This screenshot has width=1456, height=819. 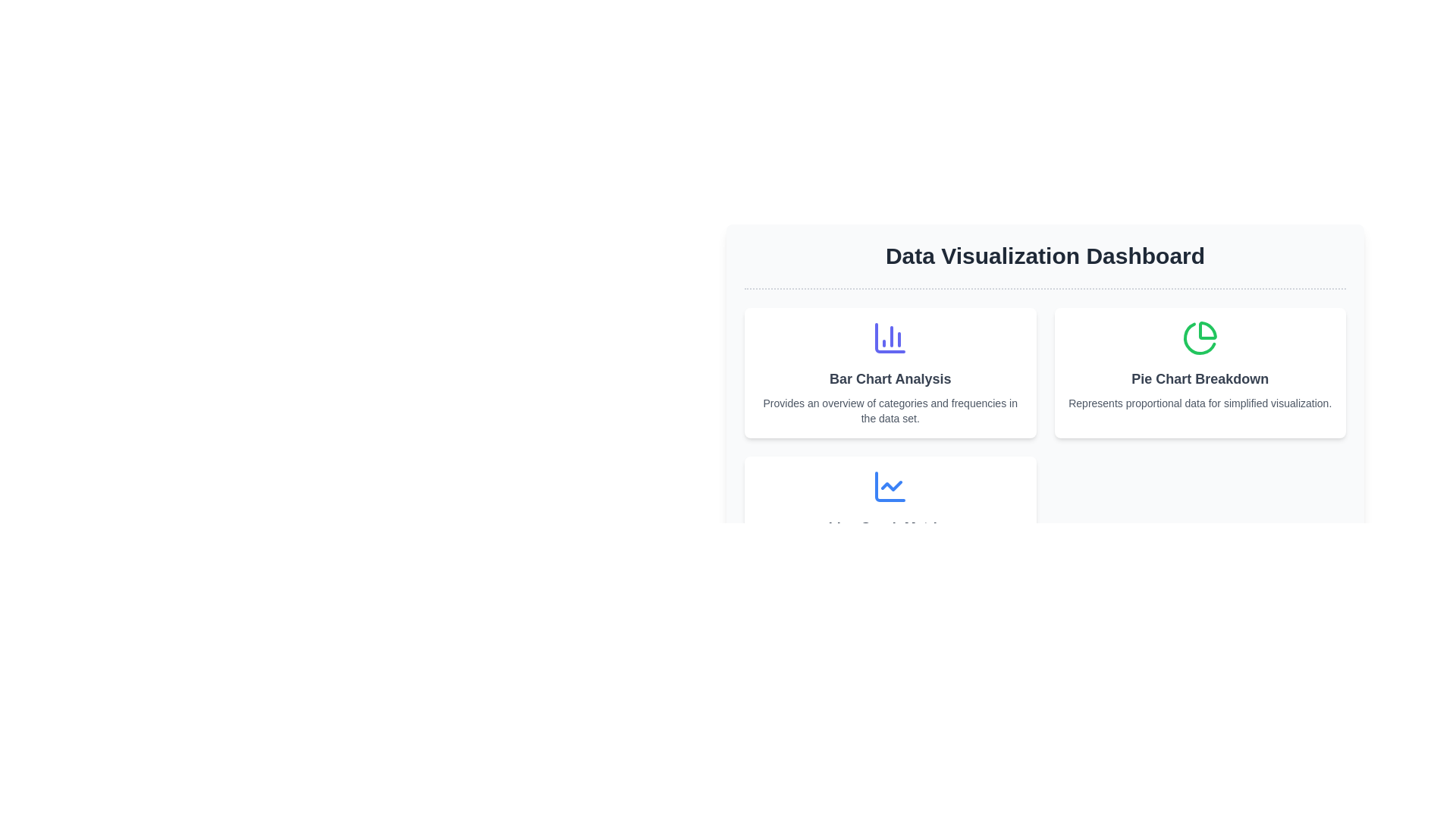 What do you see at coordinates (1207, 329) in the screenshot?
I see `the green circular segment representing a portion of the pie chart in the 'Pie Chart Breakdown' section of the interface` at bounding box center [1207, 329].